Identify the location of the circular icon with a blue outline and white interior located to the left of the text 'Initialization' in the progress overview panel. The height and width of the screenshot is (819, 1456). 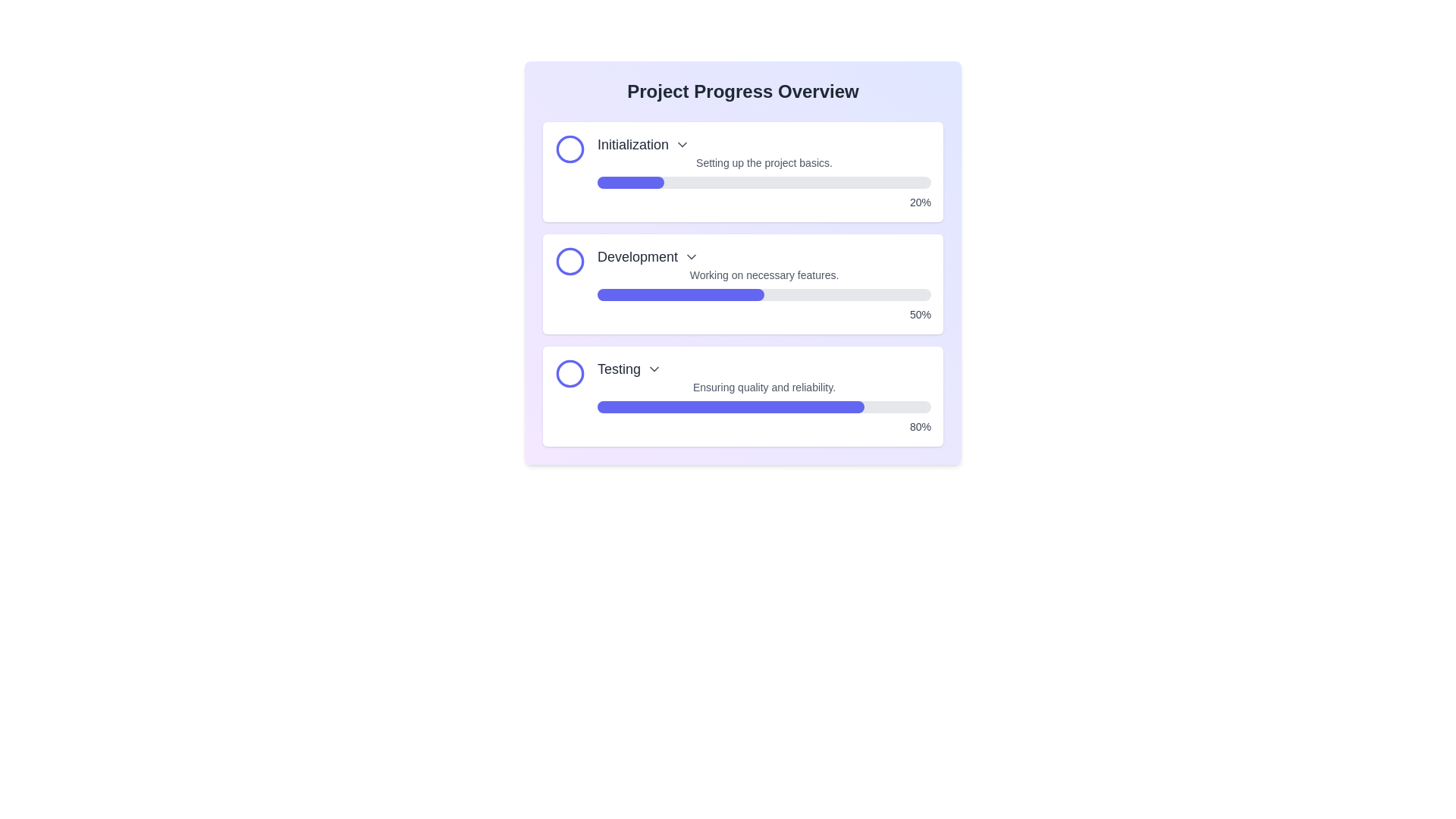
(570, 149).